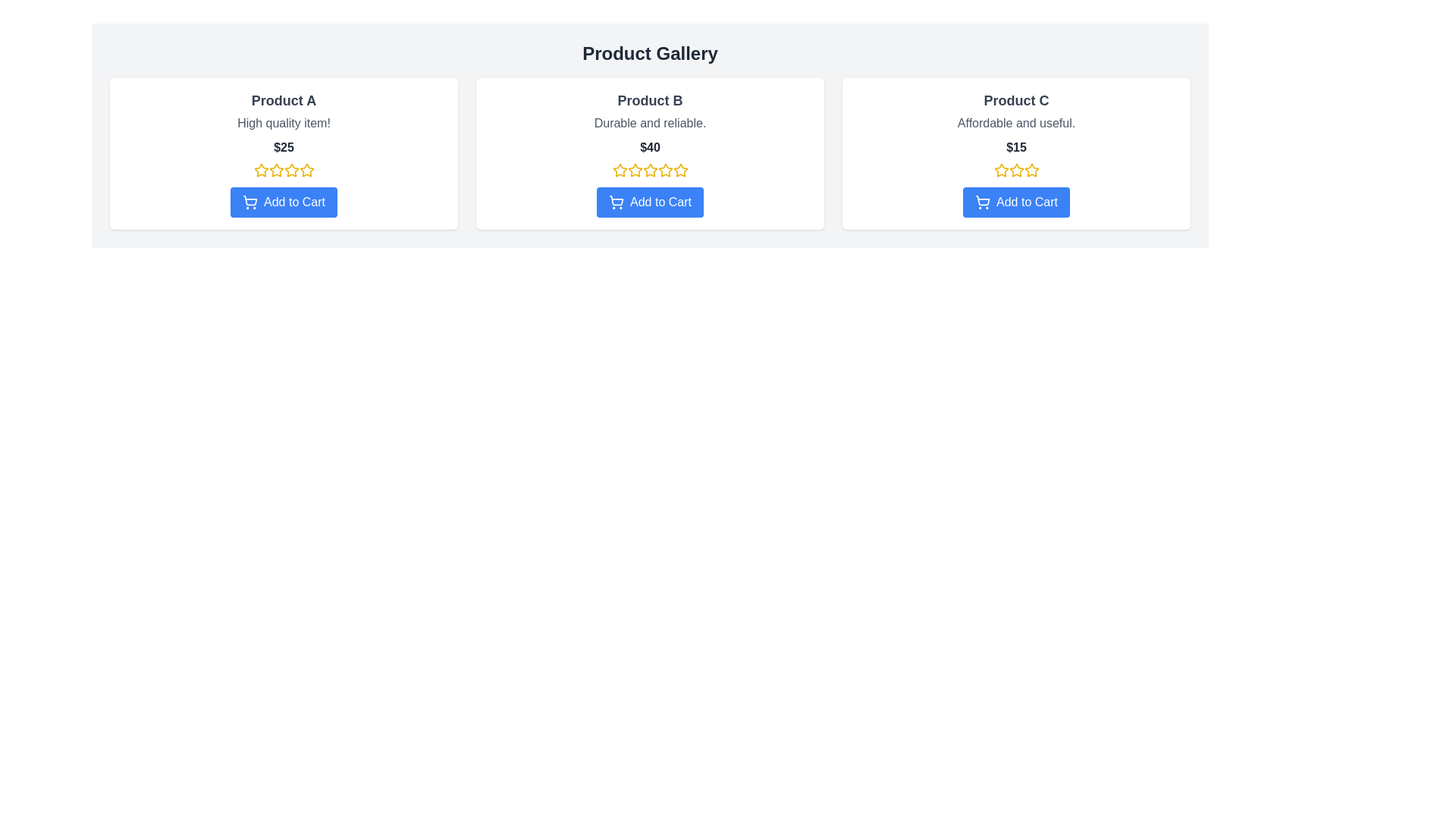 The height and width of the screenshot is (819, 1456). What do you see at coordinates (1016, 122) in the screenshot?
I see `the static text describing 'Product C', which is located below the product title and above the price text, for copying` at bounding box center [1016, 122].